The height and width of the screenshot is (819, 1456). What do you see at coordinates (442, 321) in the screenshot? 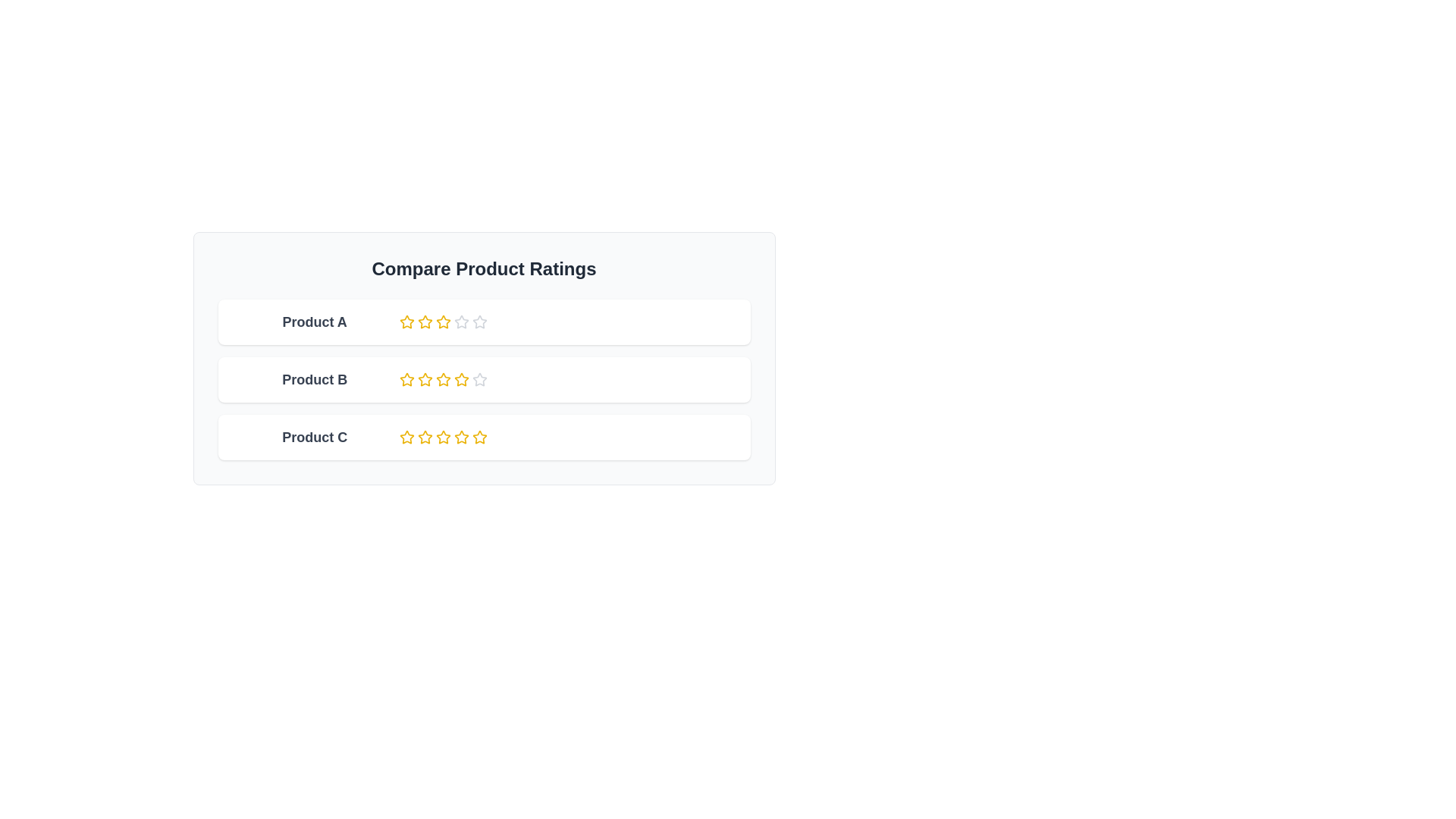
I see `the fourth yellow star icon in the rating component for 'Product A', which is part of a horizontal list of five stars` at bounding box center [442, 321].